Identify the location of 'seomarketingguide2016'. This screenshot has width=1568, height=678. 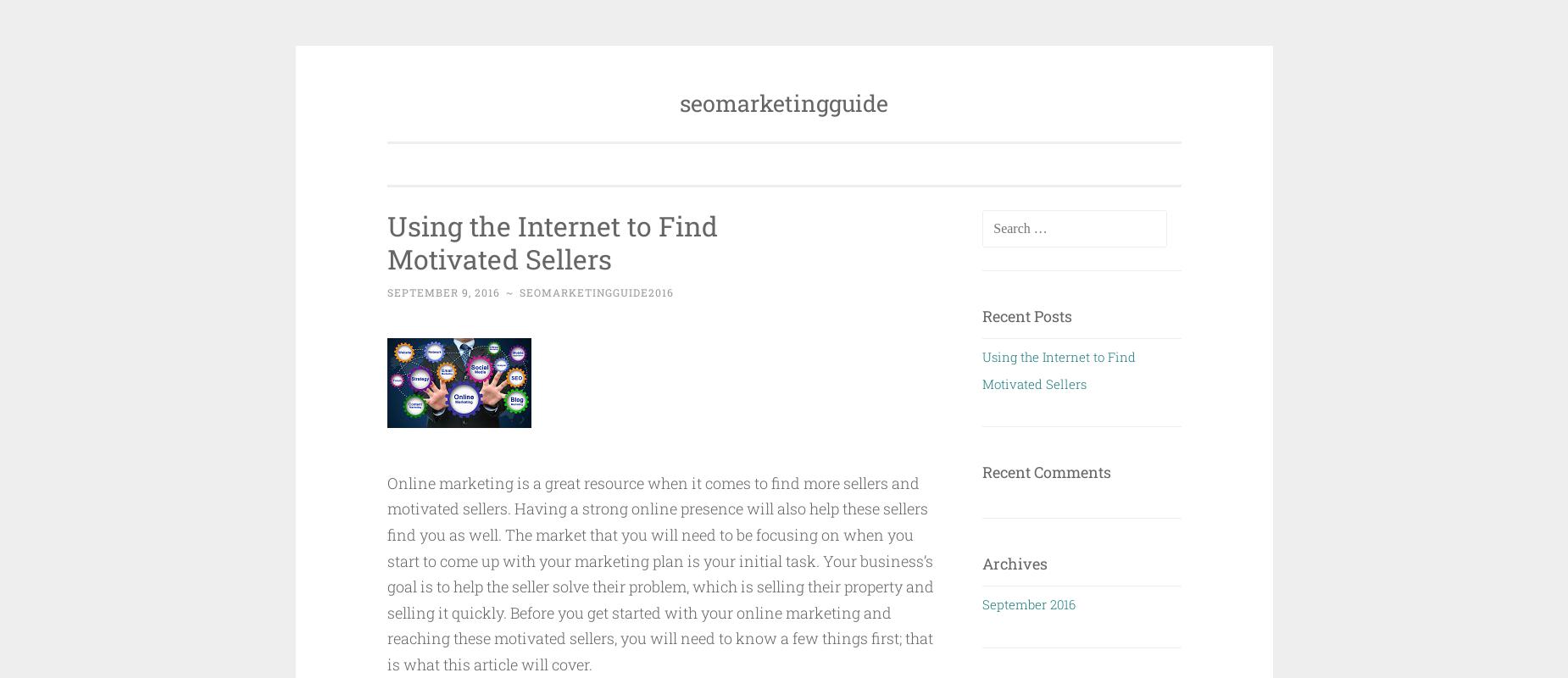
(596, 292).